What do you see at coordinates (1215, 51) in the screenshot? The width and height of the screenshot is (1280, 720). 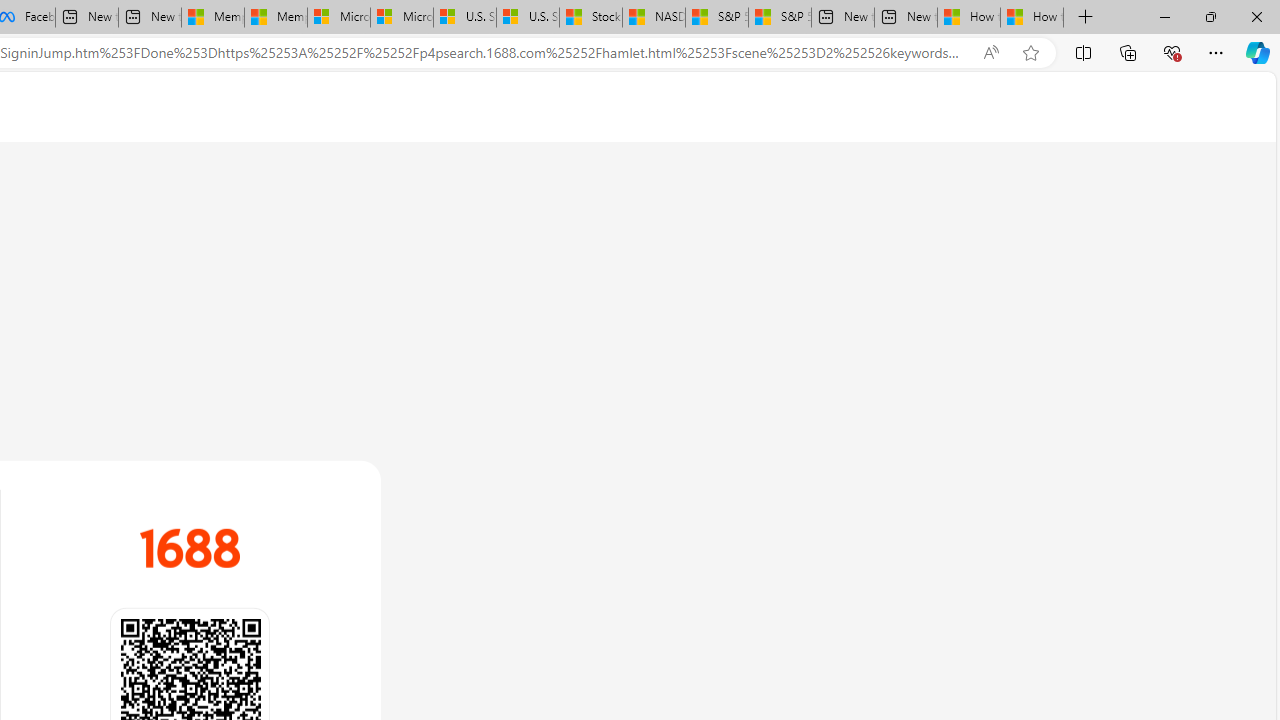 I see `'Settings and more (Alt+F)'` at bounding box center [1215, 51].